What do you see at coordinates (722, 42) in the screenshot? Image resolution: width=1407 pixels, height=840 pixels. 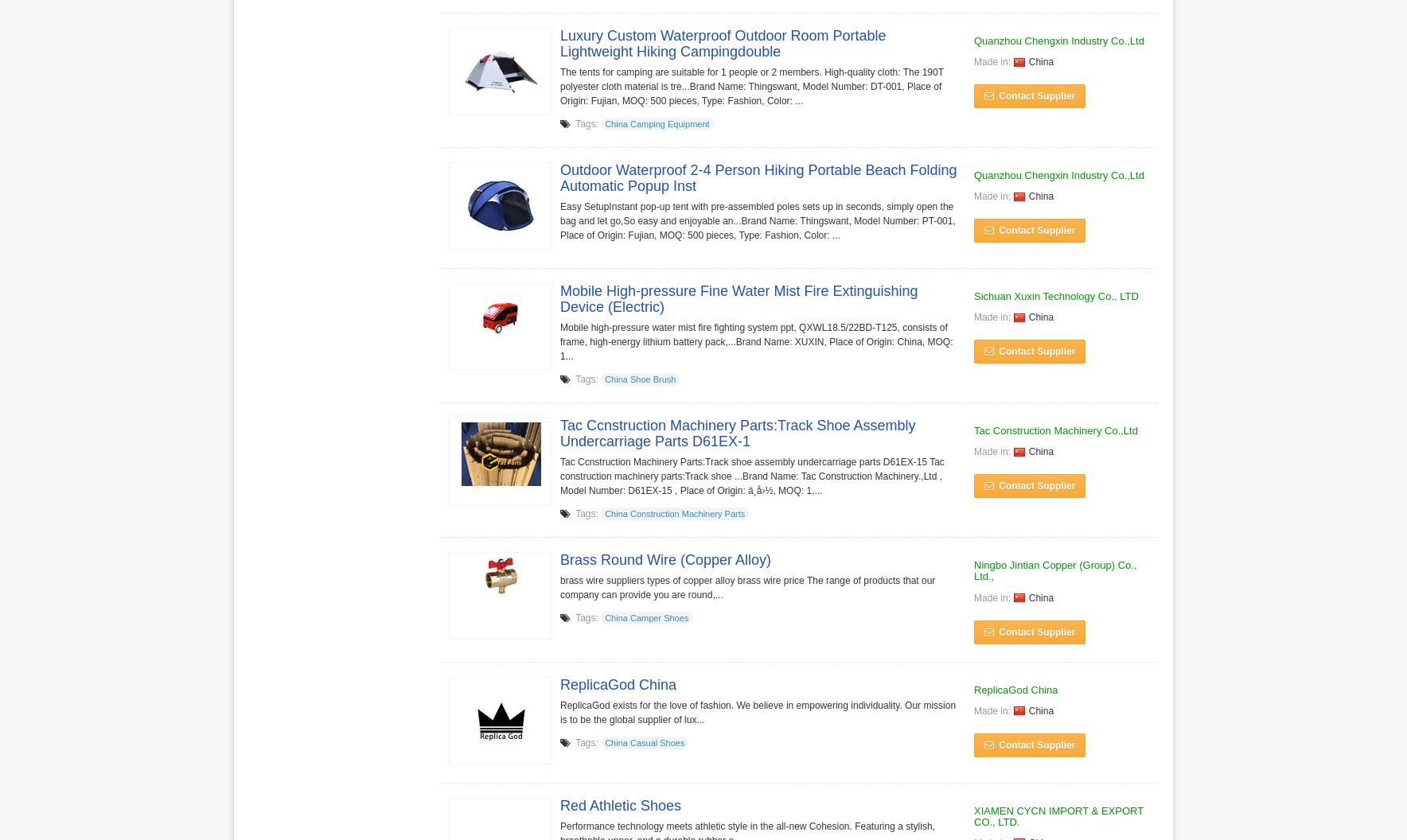 I see `'Luxury Custom Waterproof Outdoor Room Portable Lightweight Hiking Campingdouble'` at bounding box center [722, 42].